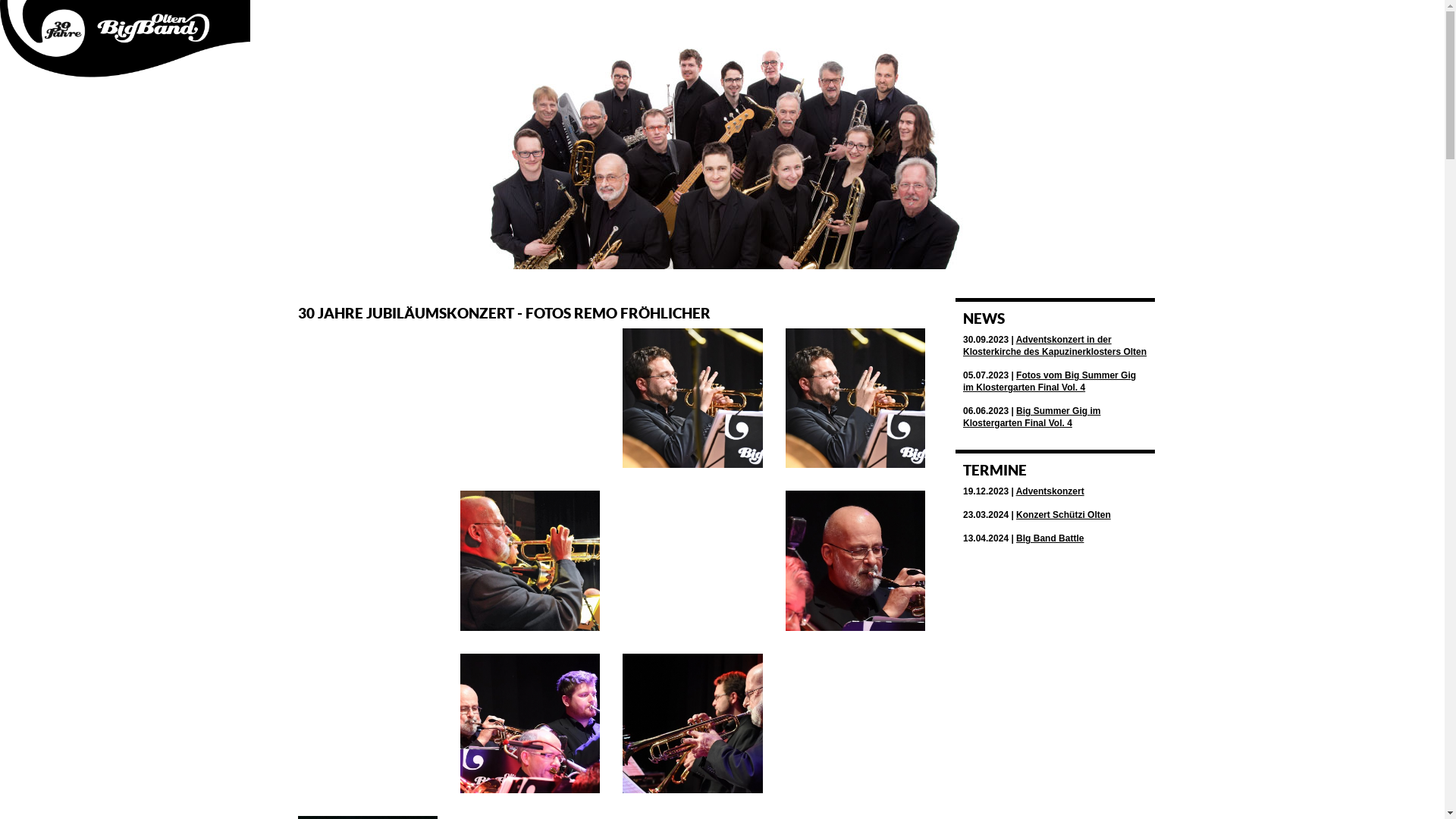 This screenshot has width=1456, height=819. Describe the element at coordinates (1050, 491) in the screenshot. I see `'Adventskonzert'` at that location.